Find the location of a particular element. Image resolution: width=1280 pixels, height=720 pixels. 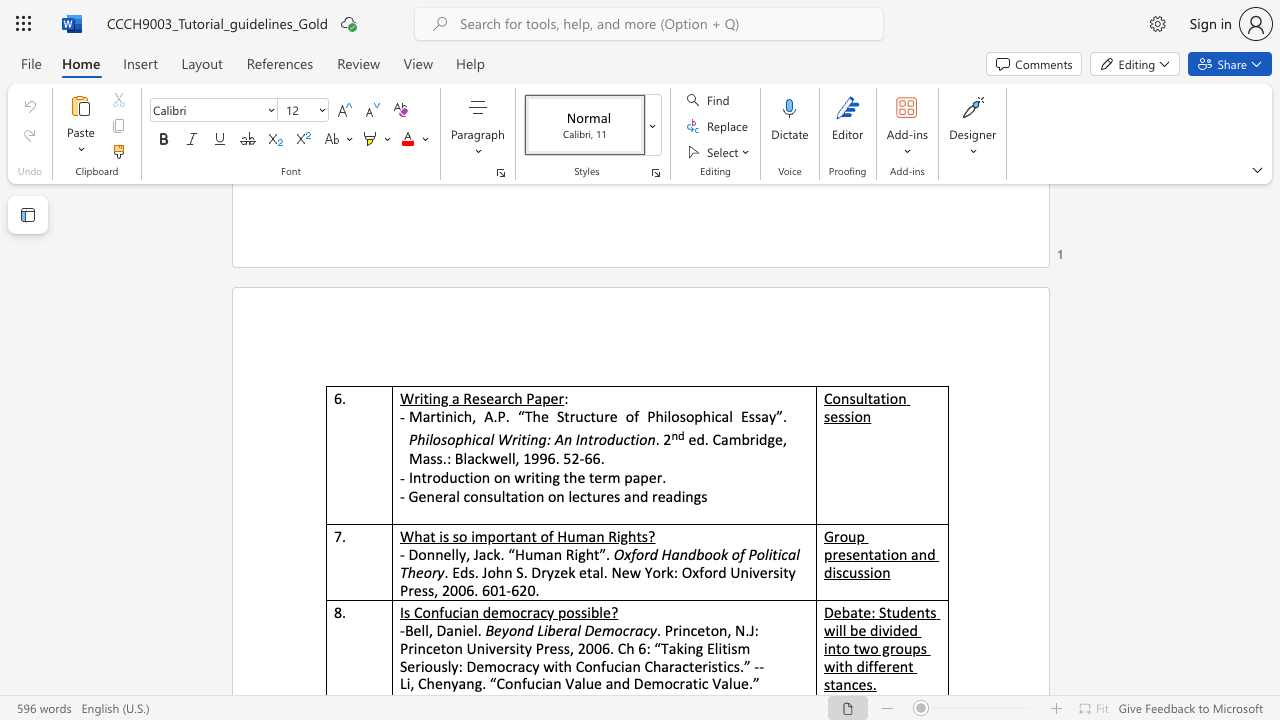

the subset text "res and" within the text "- General consultation on lectures and readings" is located at coordinates (599, 495).